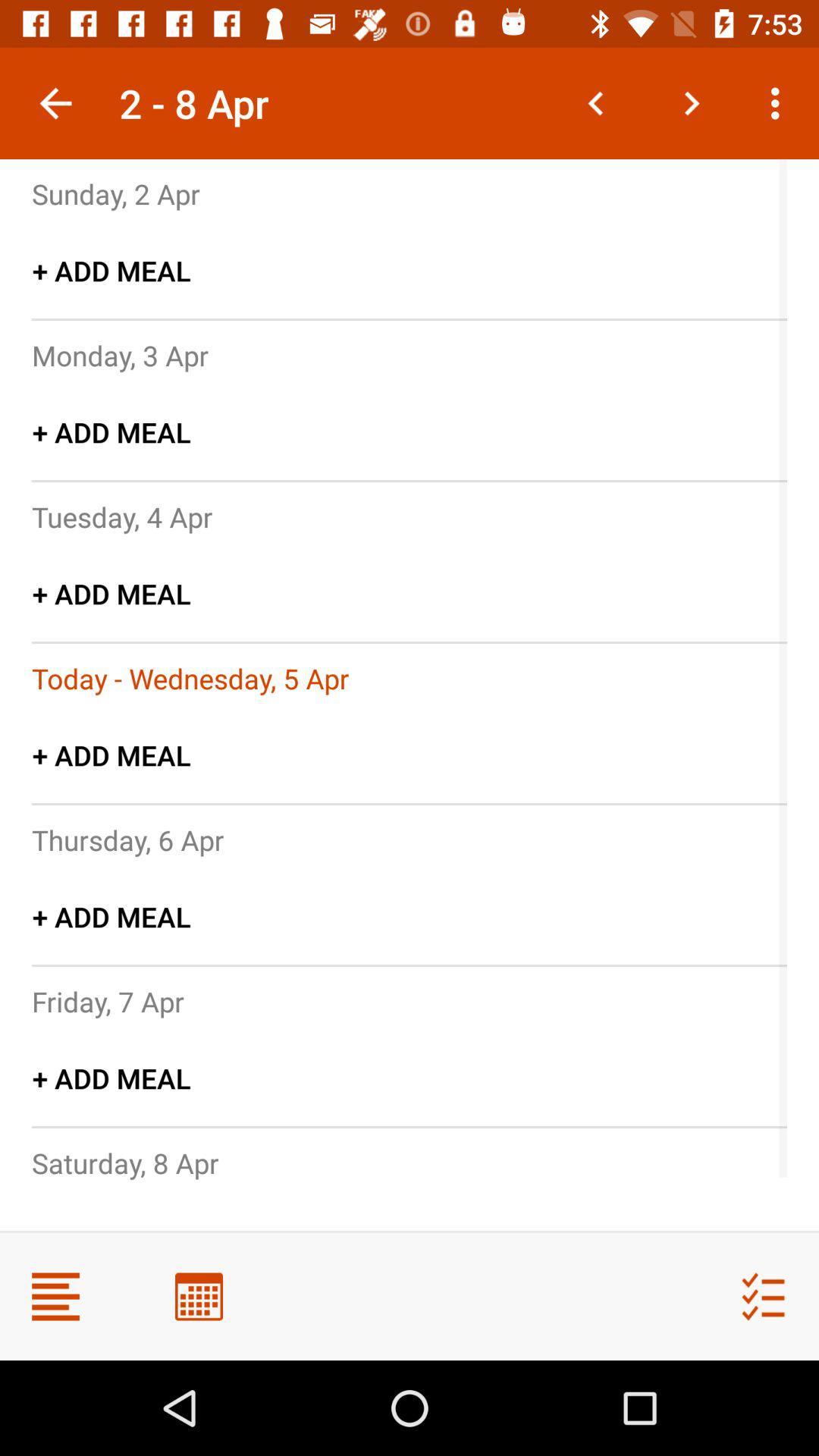 This screenshot has height=1456, width=819. Describe the element at coordinates (55, 1295) in the screenshot. I see `show listing` at that location.